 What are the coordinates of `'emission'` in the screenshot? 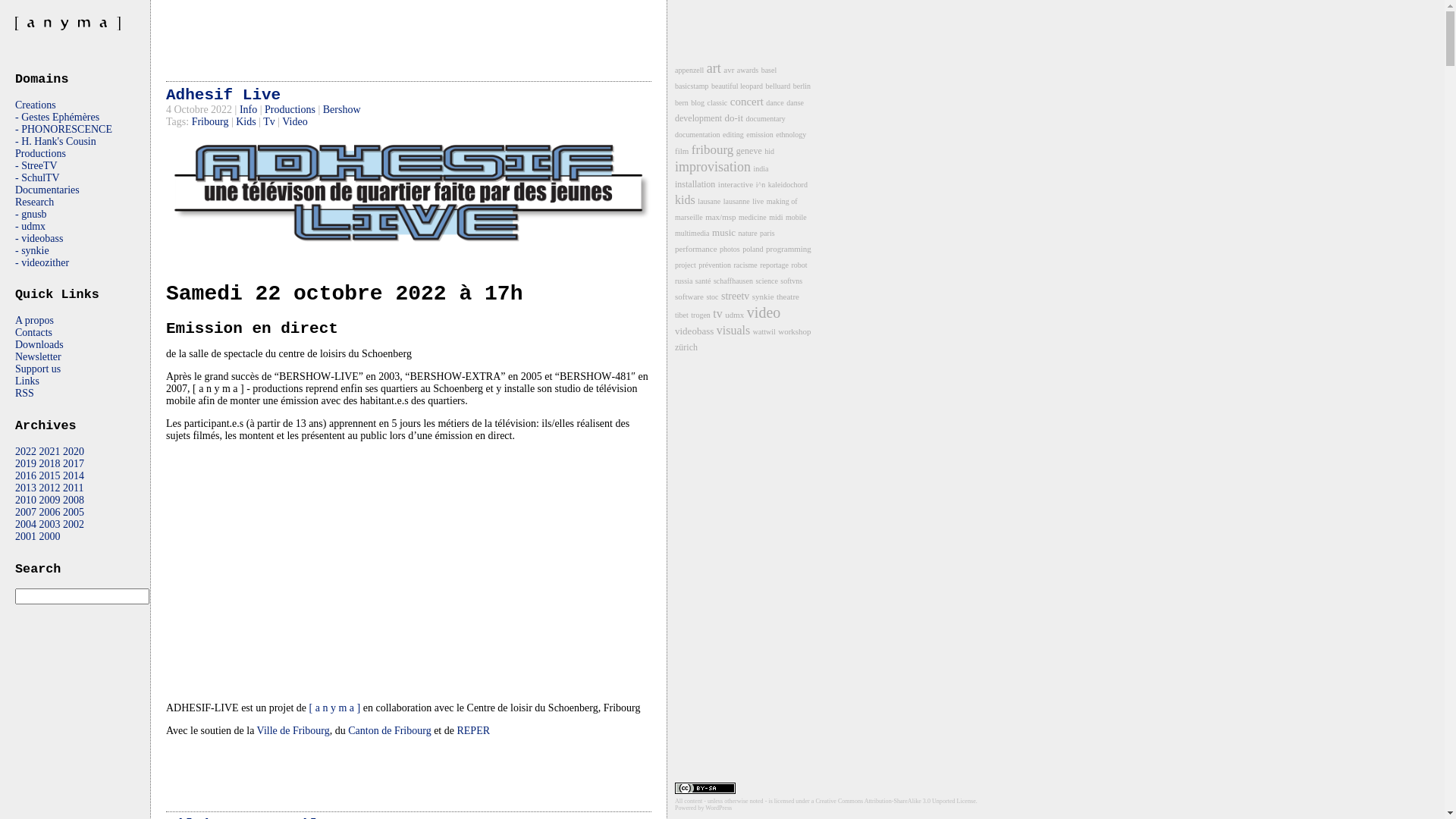 It's located at (760, 133).